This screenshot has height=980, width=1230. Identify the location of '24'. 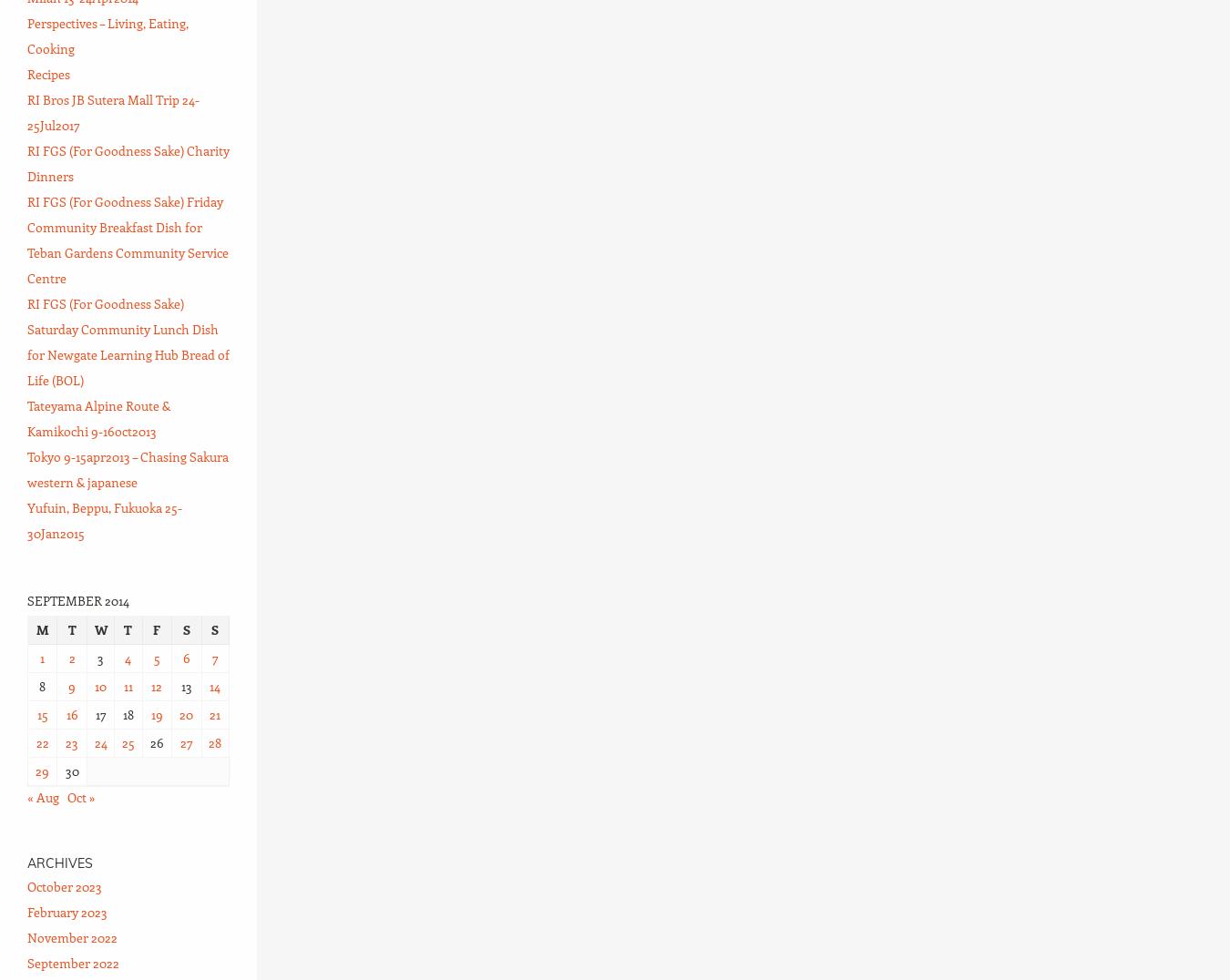
(99, 740).